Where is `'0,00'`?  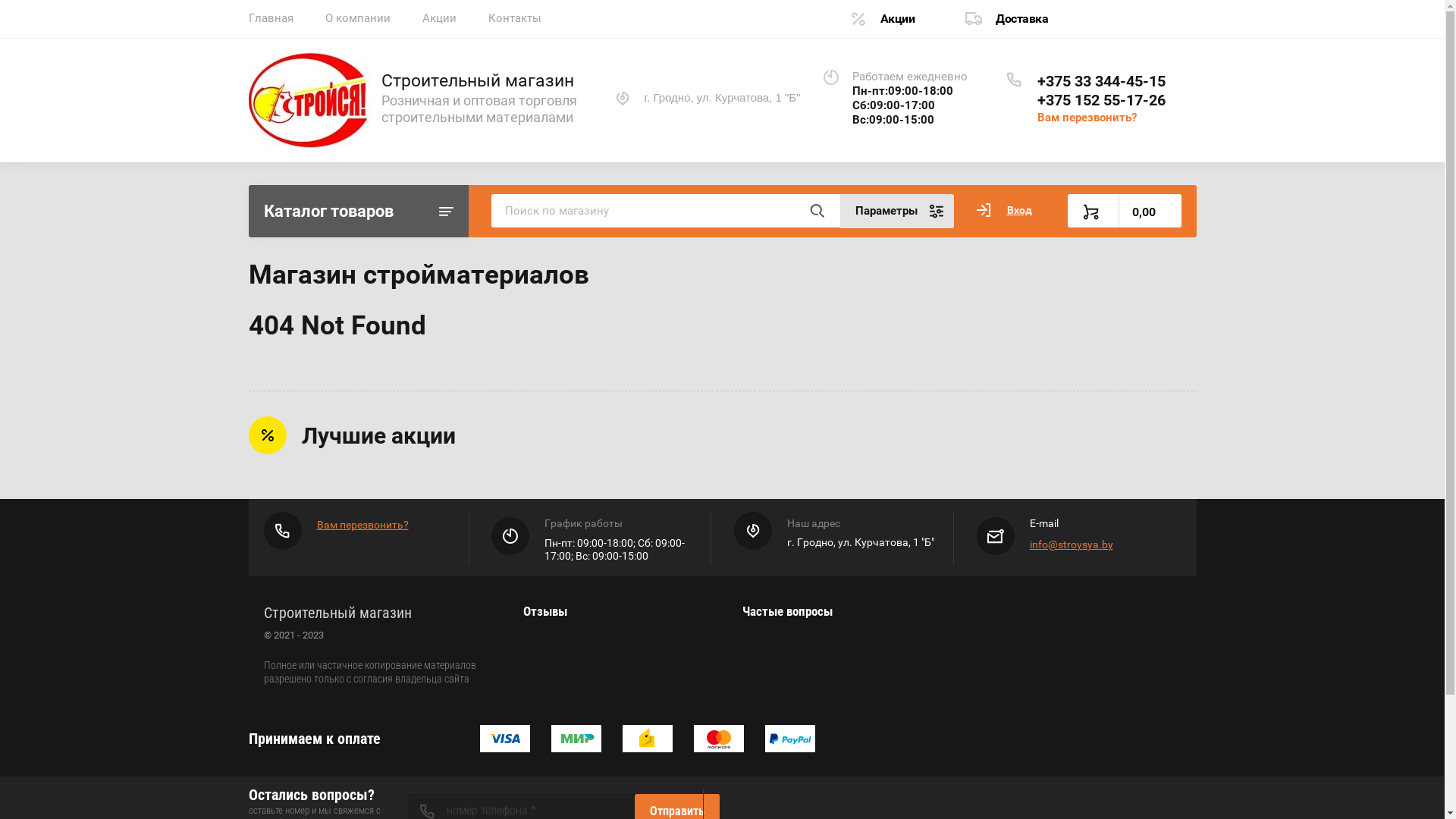
'0,00' is located at coordinates (1125, 210).